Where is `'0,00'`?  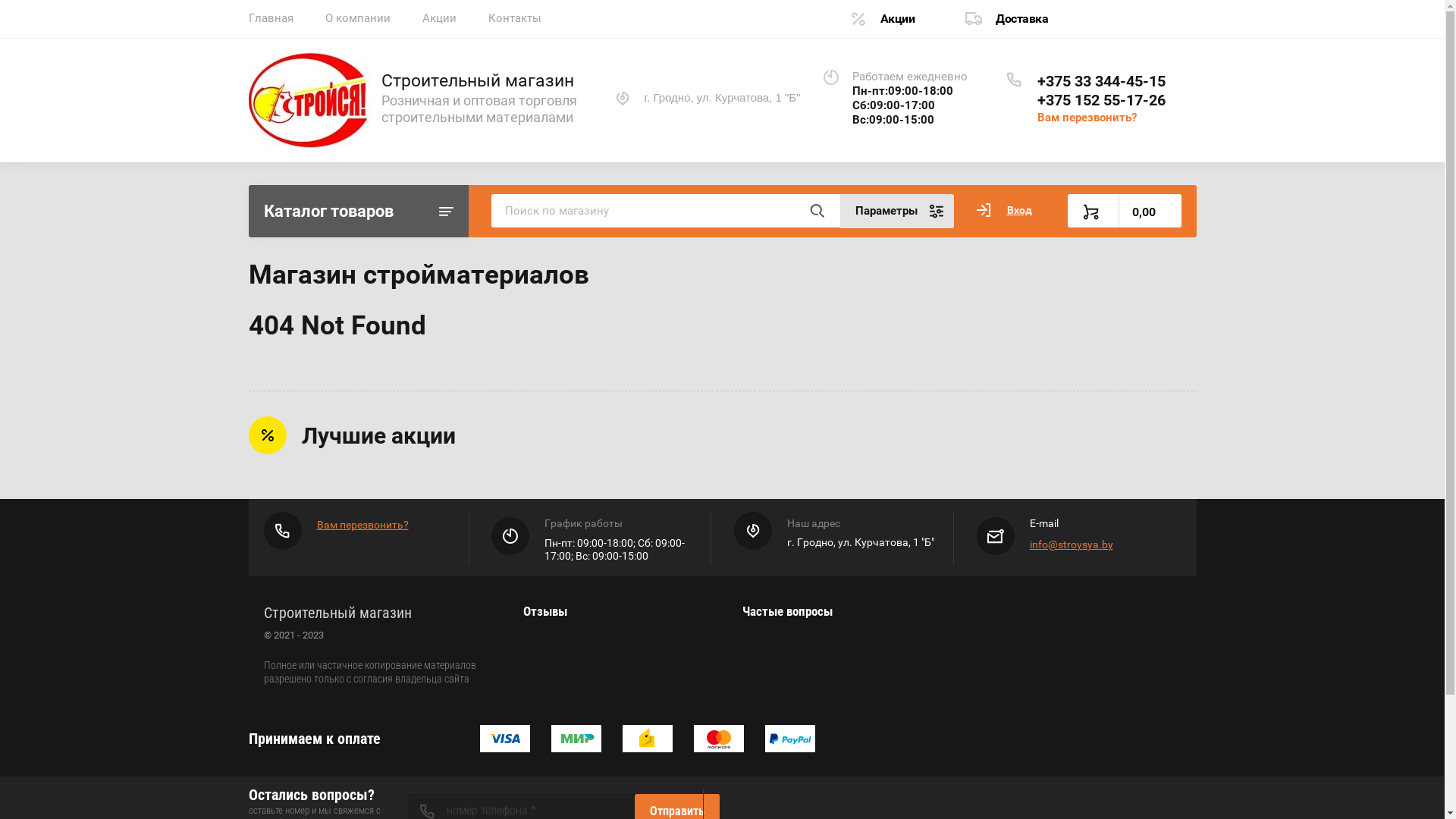
'0,00' is located at coordinates (1125, 210).